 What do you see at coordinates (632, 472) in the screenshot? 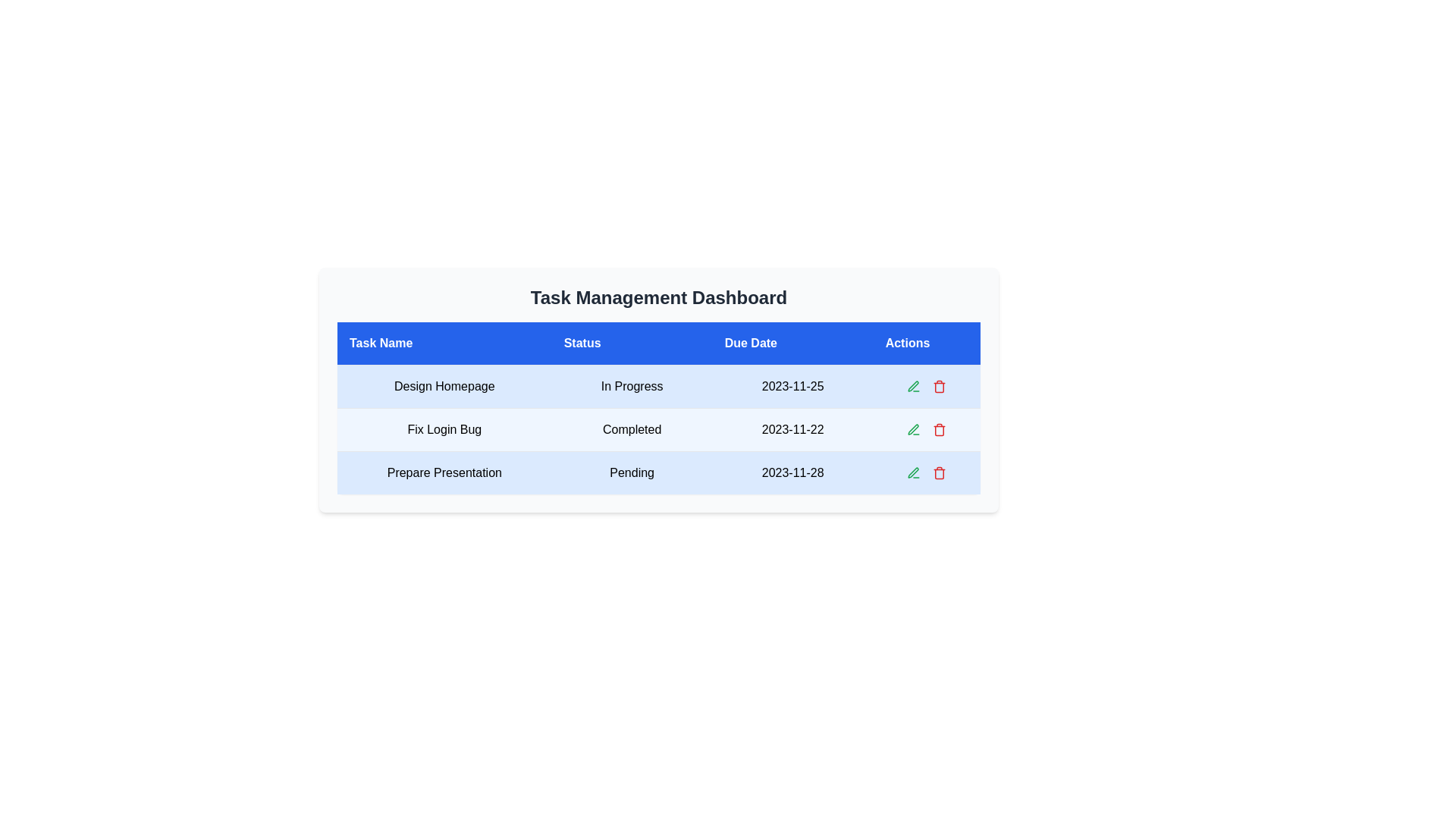
I see `the status indicator text label for the 'Prepare Presentation' task in the third row of the table, which indicates that the task is currently pending` at bounding box center [632, 472].